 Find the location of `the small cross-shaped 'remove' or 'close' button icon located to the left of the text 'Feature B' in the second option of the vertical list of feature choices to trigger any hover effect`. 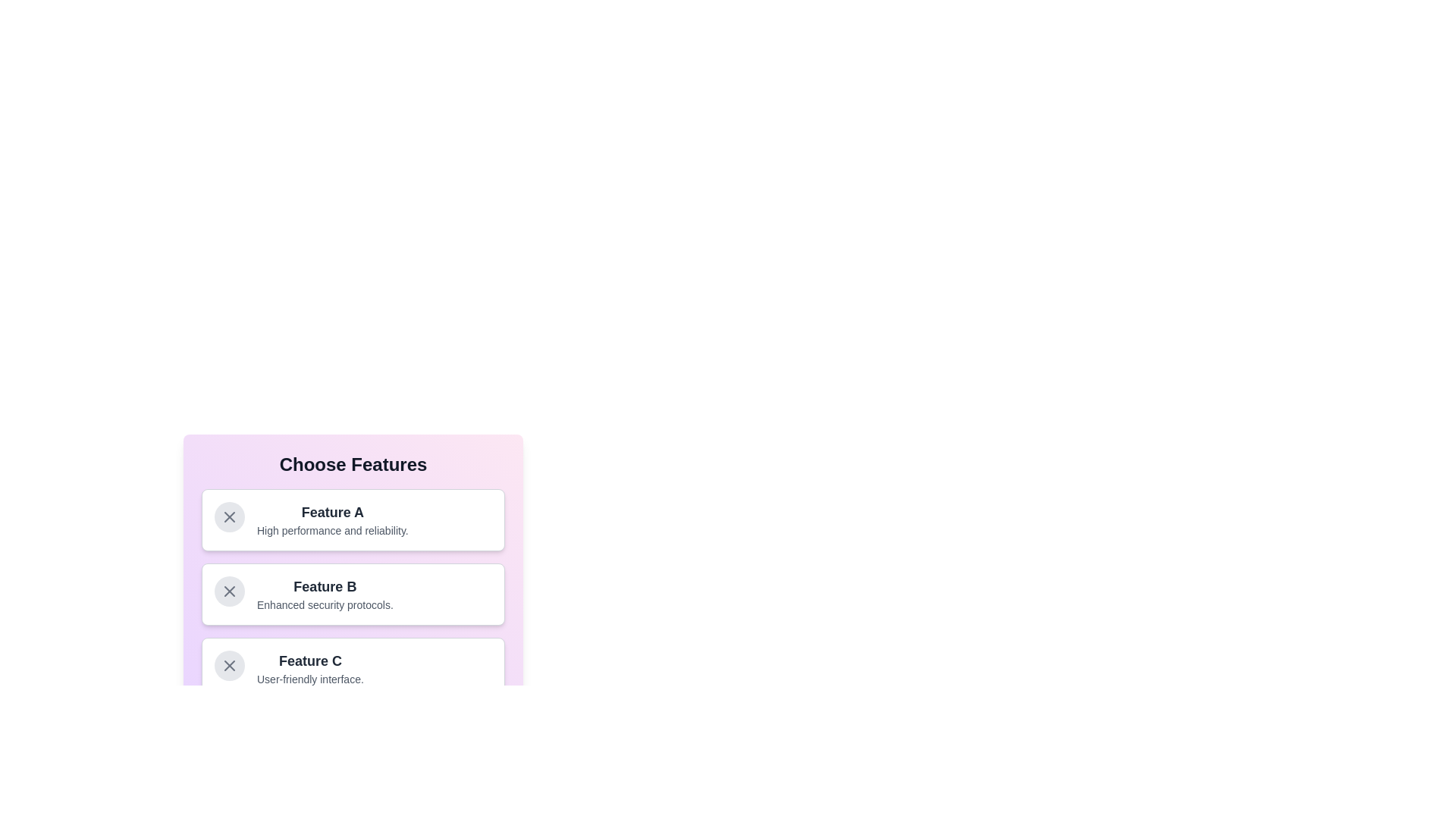

the small cross-shaped 'remove' or 'close' button icon located to the left of the text 'Feature B' in the second option of the vertical list of feature choices to trigger any hover effect is located at coordinates (228, 590).